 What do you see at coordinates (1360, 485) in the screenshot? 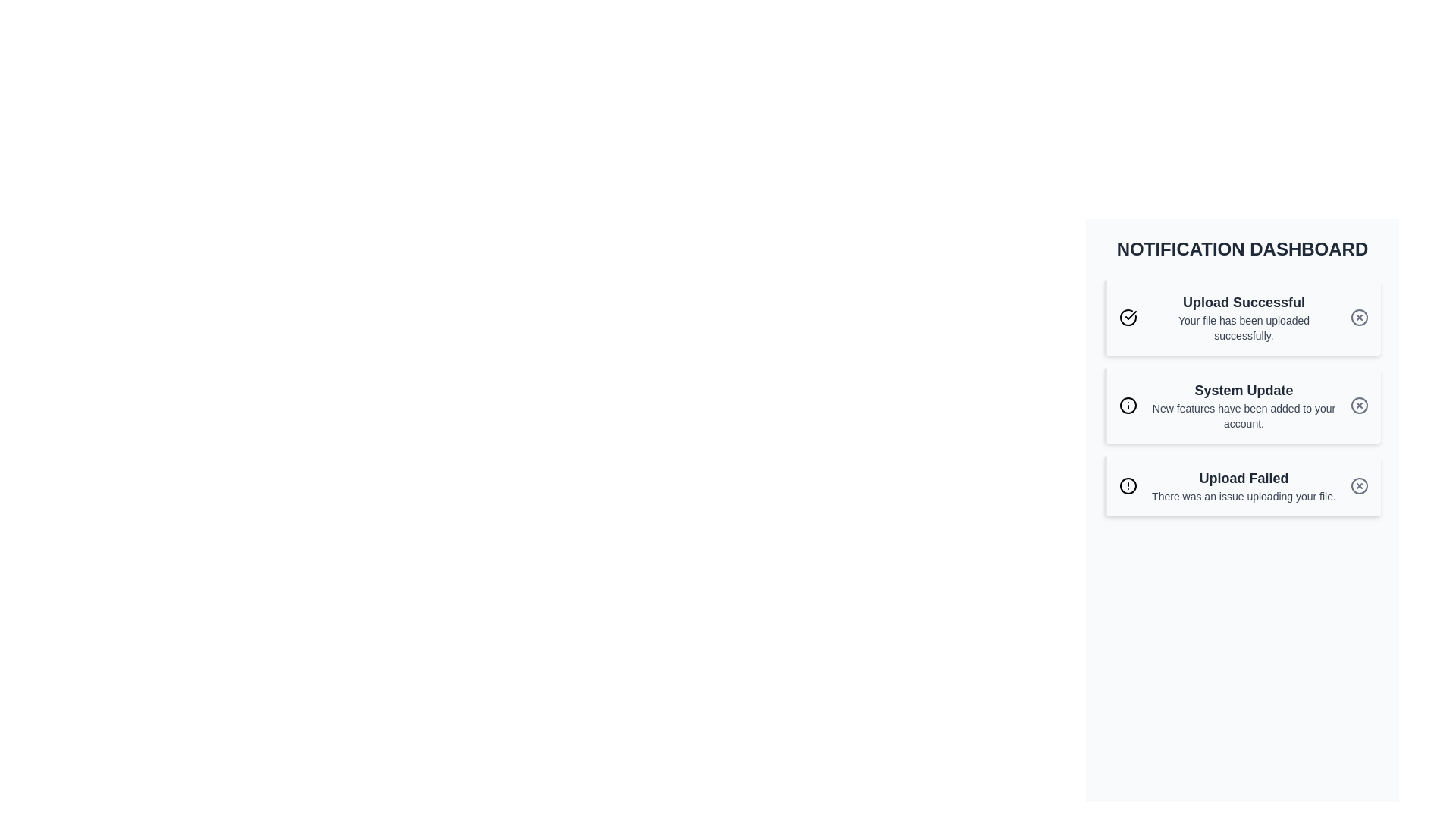
I see `the gray circular button with an 'x' icon inside, located at the far right of the 'Upload Failed' notification block, to trigger the hover effect` at bounding box center [1360, 485].